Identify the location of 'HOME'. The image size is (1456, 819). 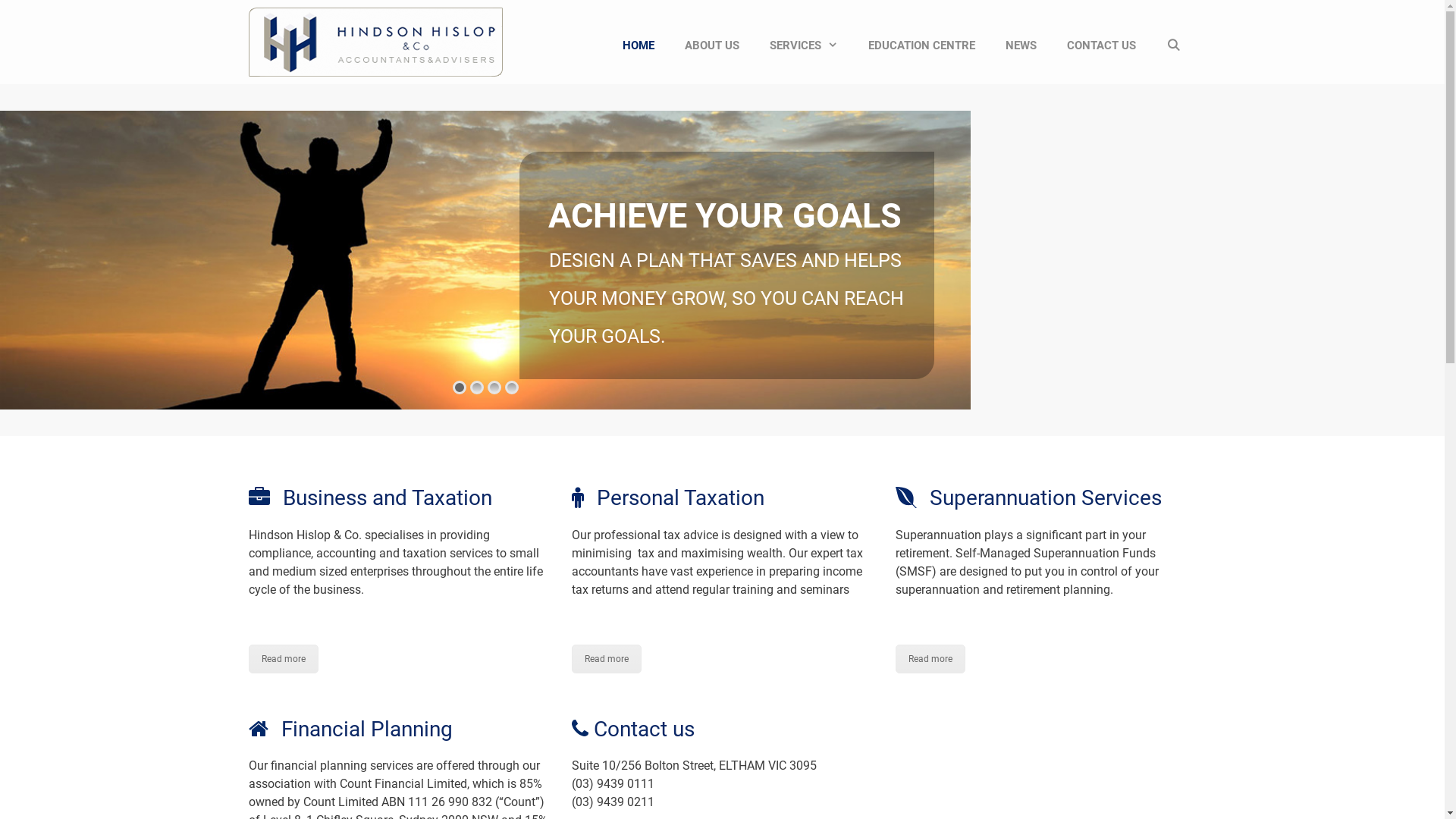
(638, 45).